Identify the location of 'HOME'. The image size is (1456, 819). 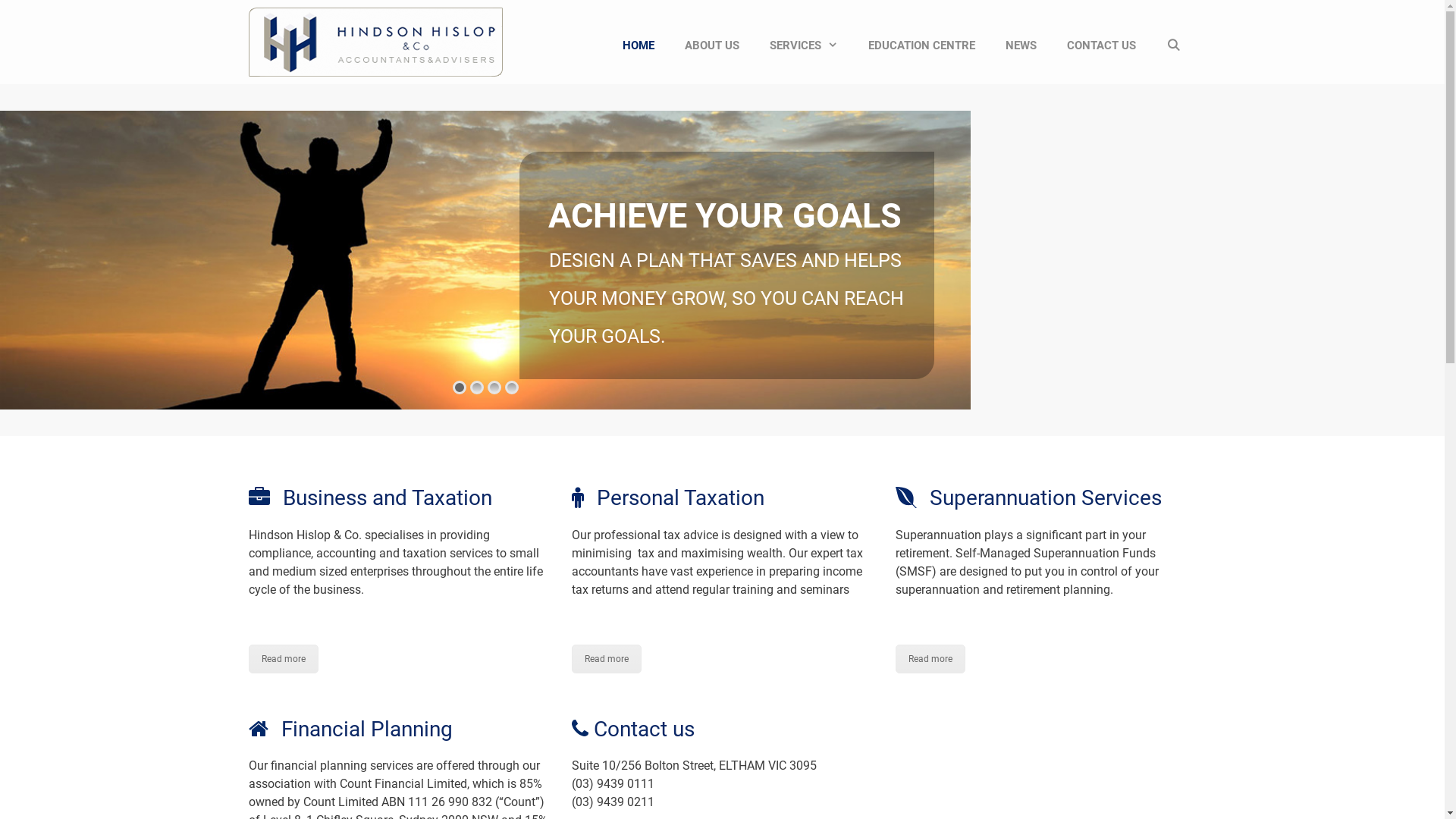
(638, 45).